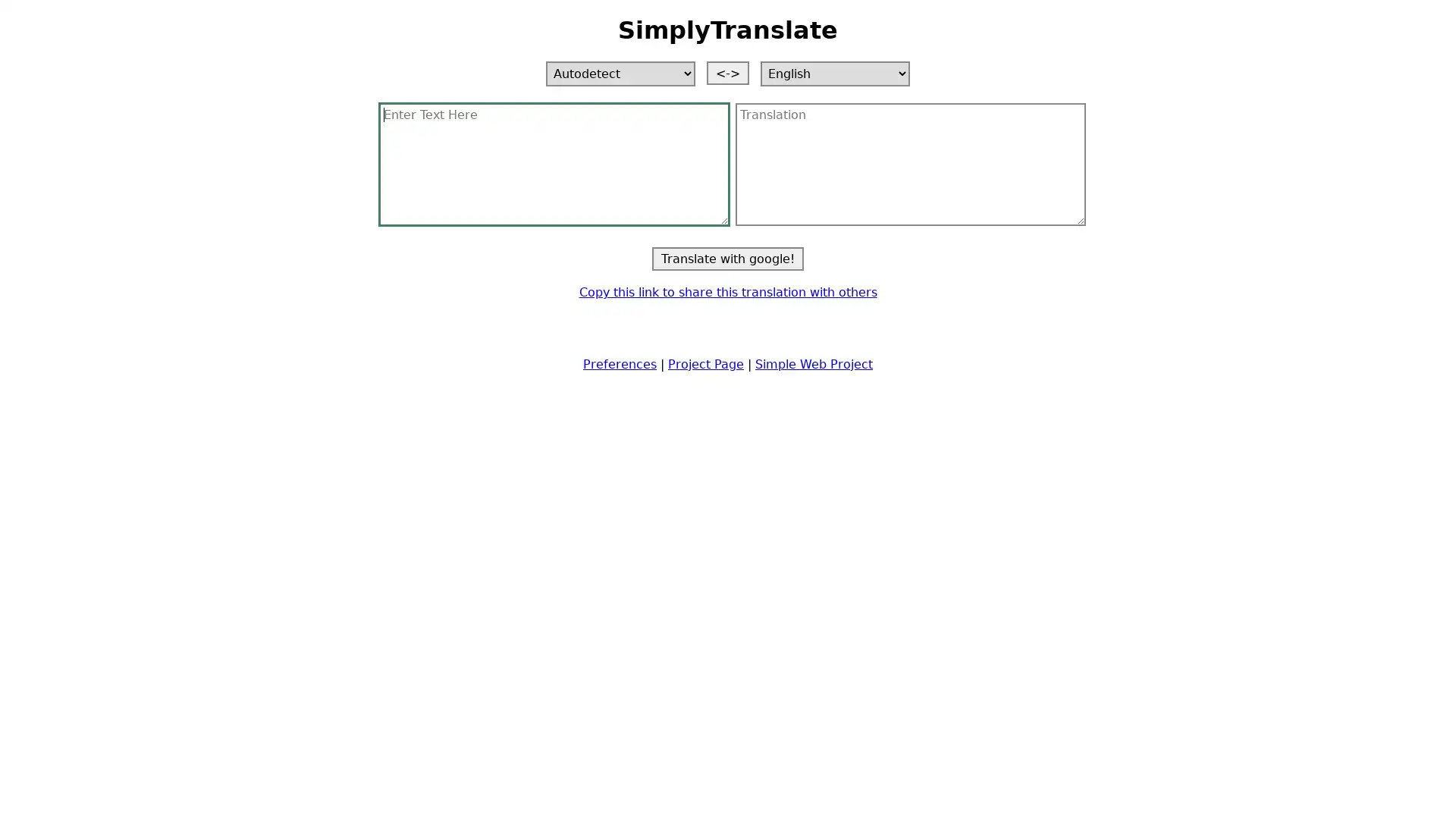 The width and height of the screenshot is (1456, 819). What do you see at coordinates (728, 72) in the screenshot?
I see `Switch languages` at bounding box center [728, 72].